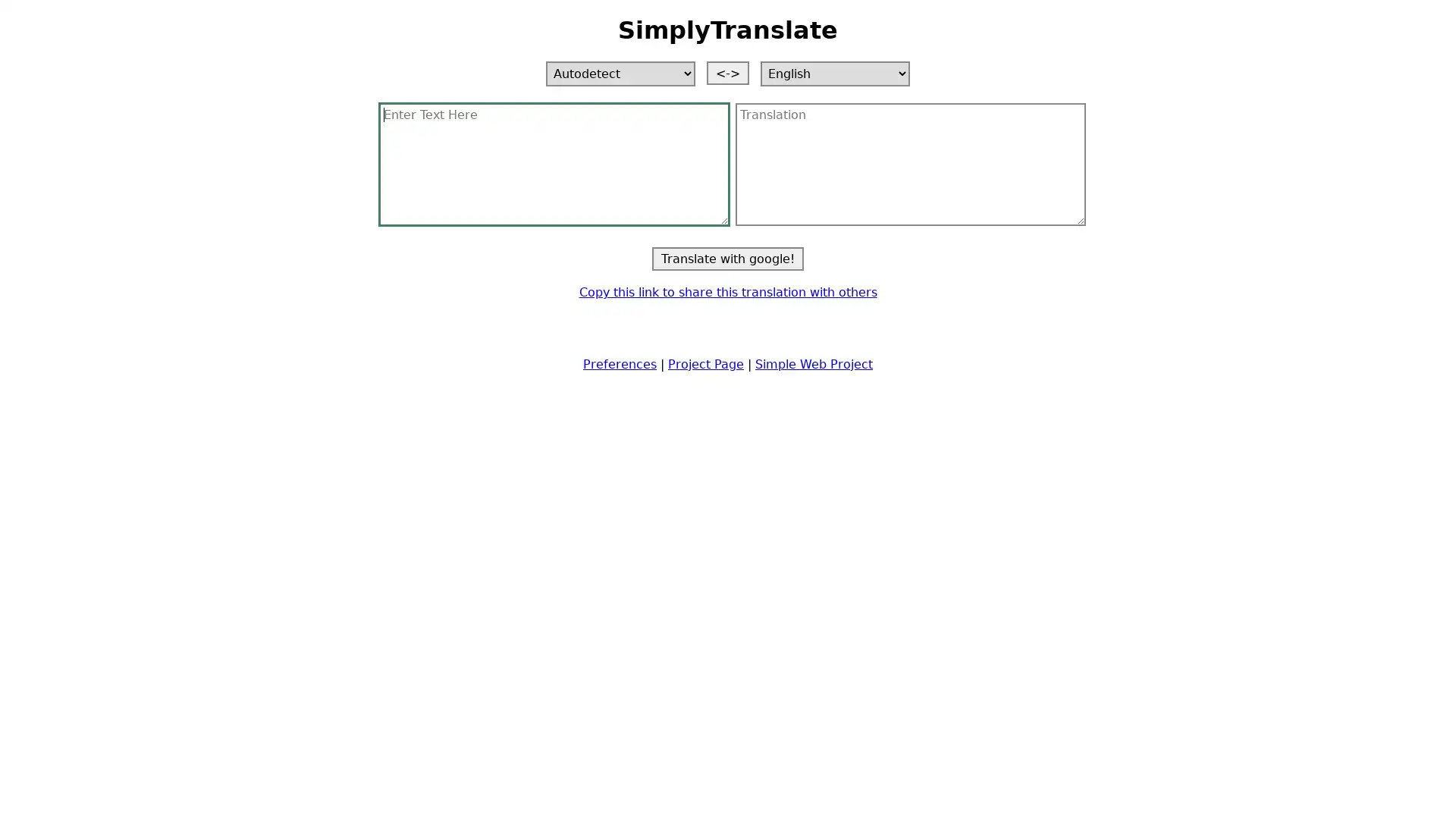 The width and height of the screenshot is (1456, 819). What do you see at coordinates (728, 72) in the screenshot?
I see `Switch languages` at bounding box center [728, 72].